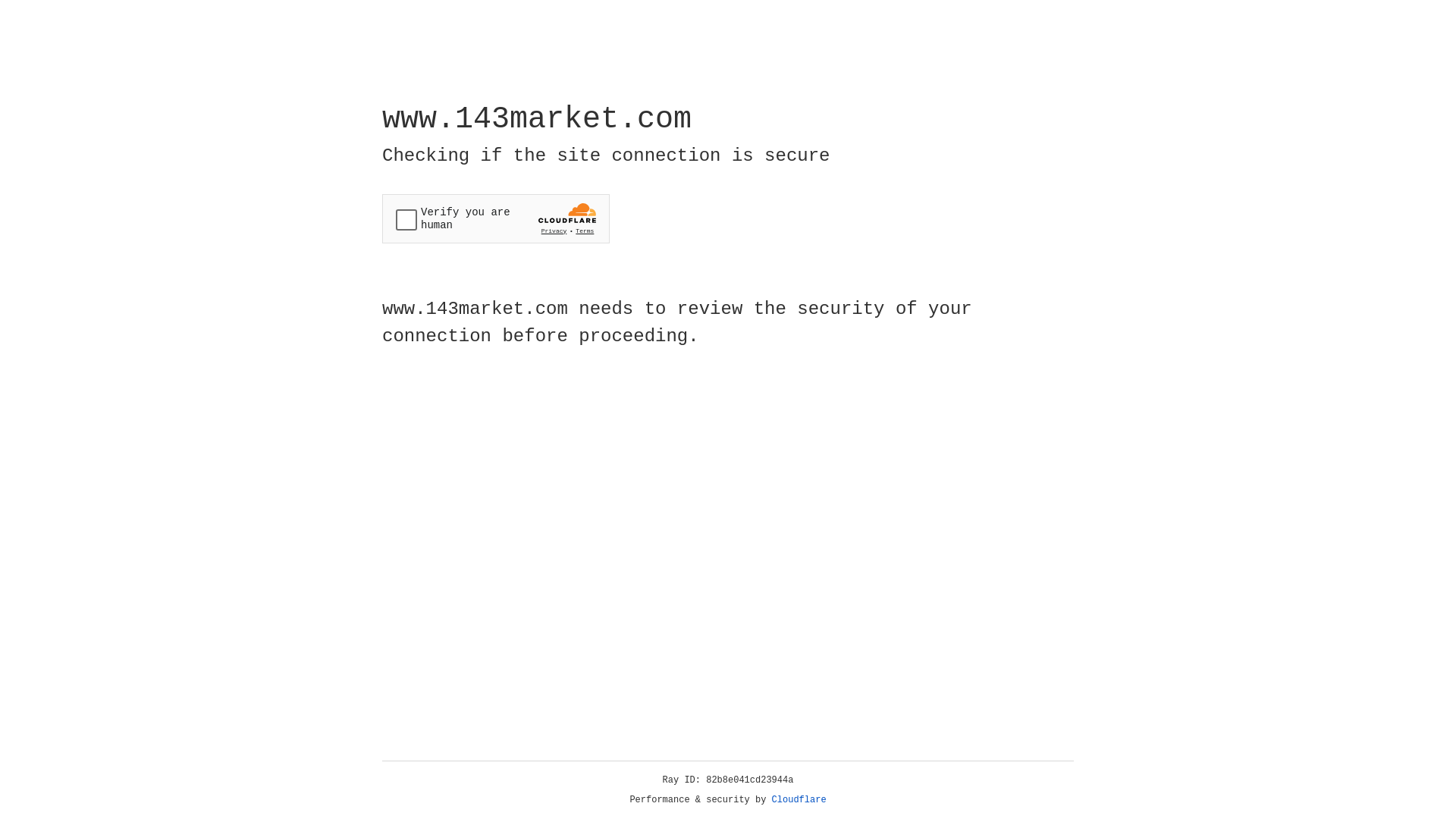  I want to click on 'Cloudflare', so click(799, 799).